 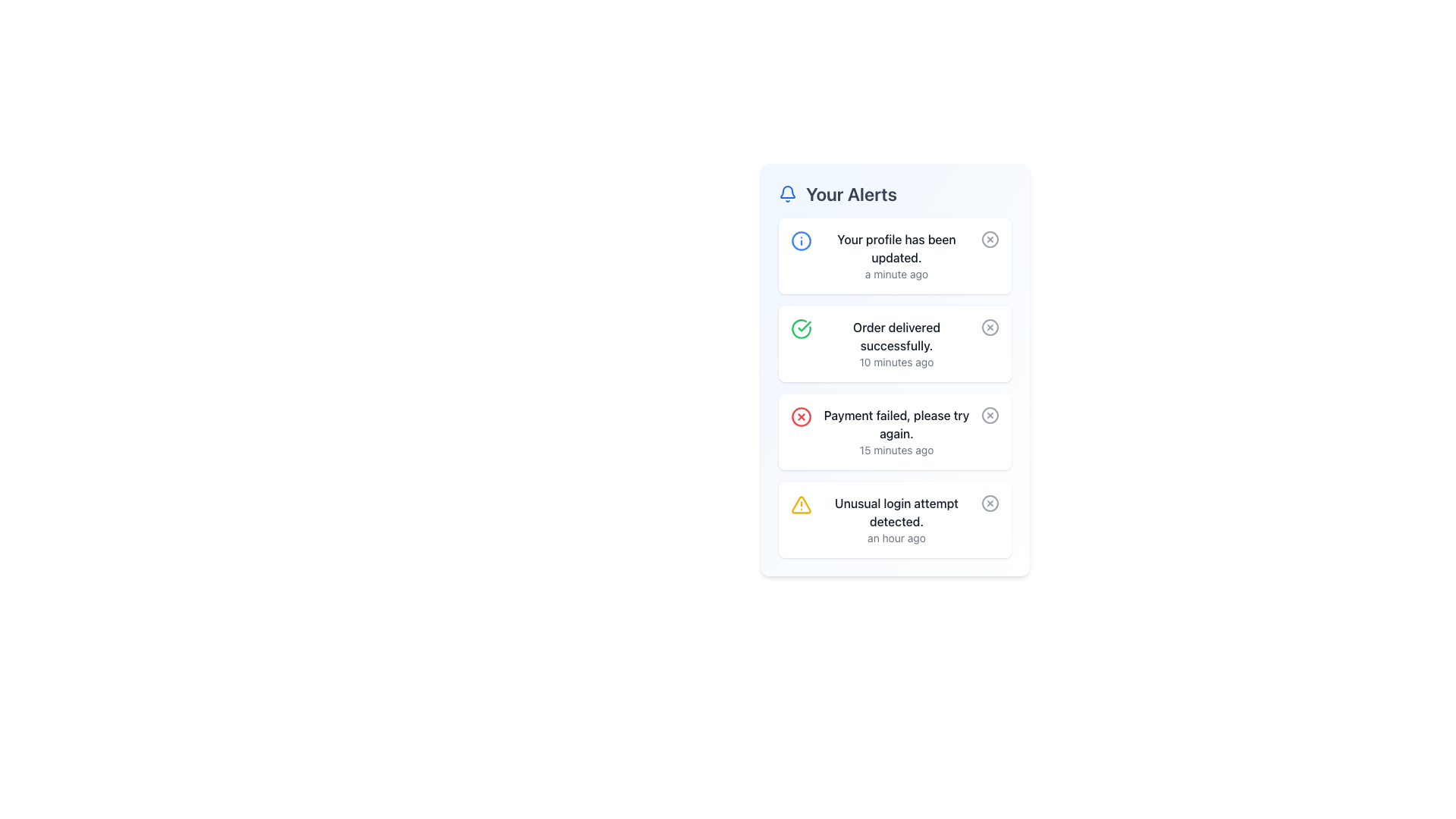 I want to click on notification text about an unusual login attempt in the last notification of the 'Your Alerts' card, so click(x=896, y=519).